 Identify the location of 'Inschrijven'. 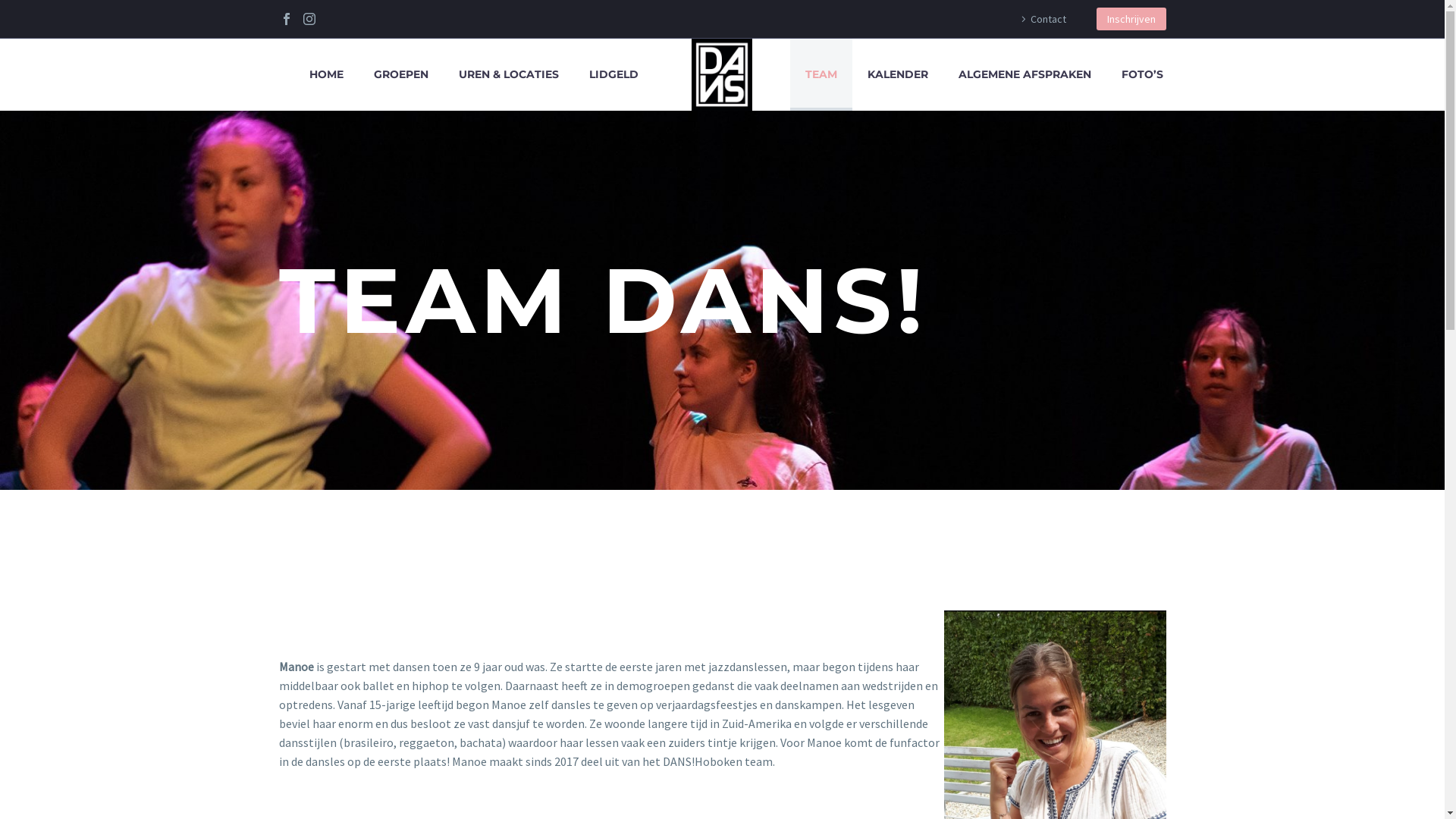
(1131, 18).